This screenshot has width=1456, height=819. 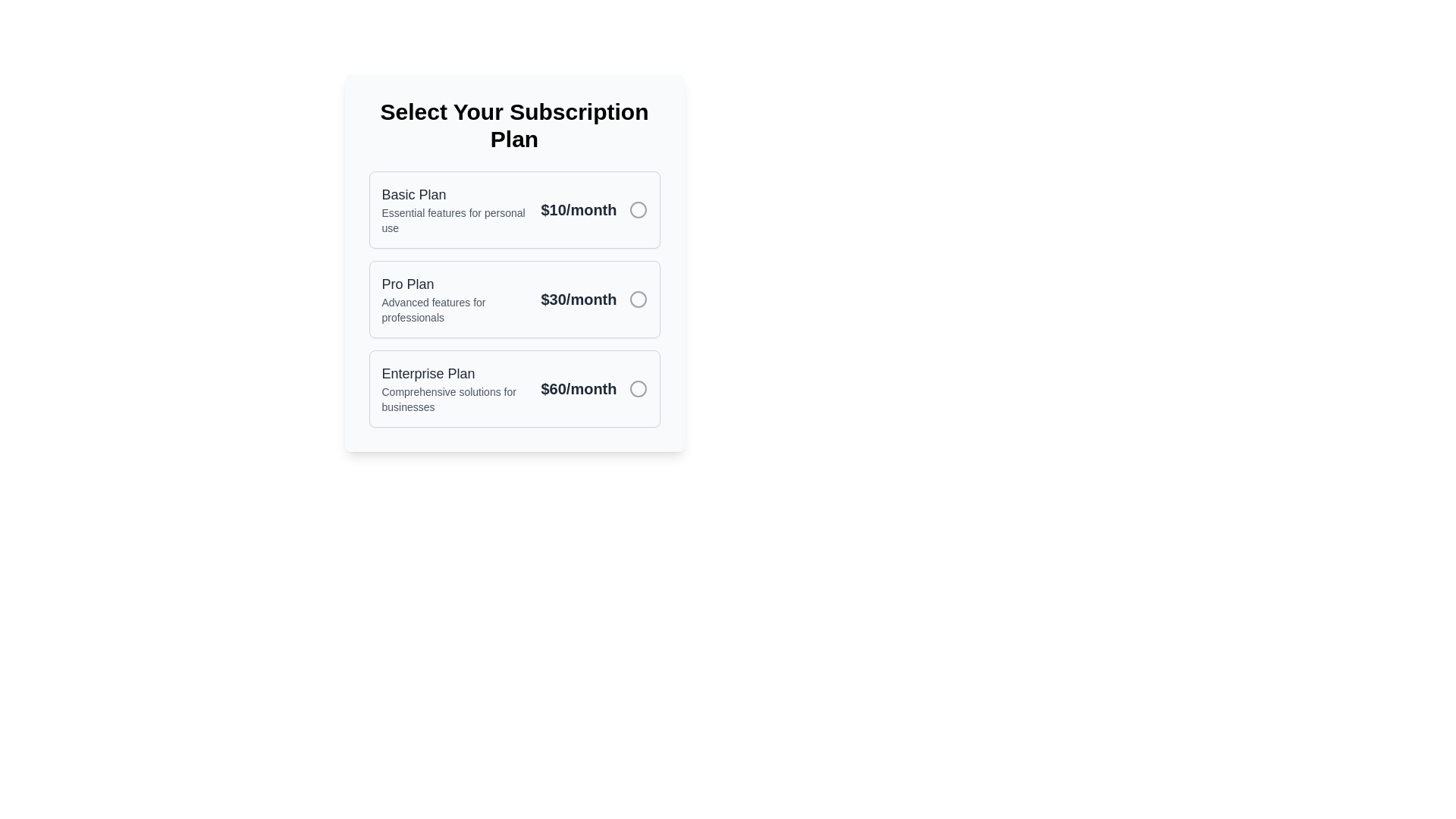 I want to click on the radio button, so click(x=638, y=299).